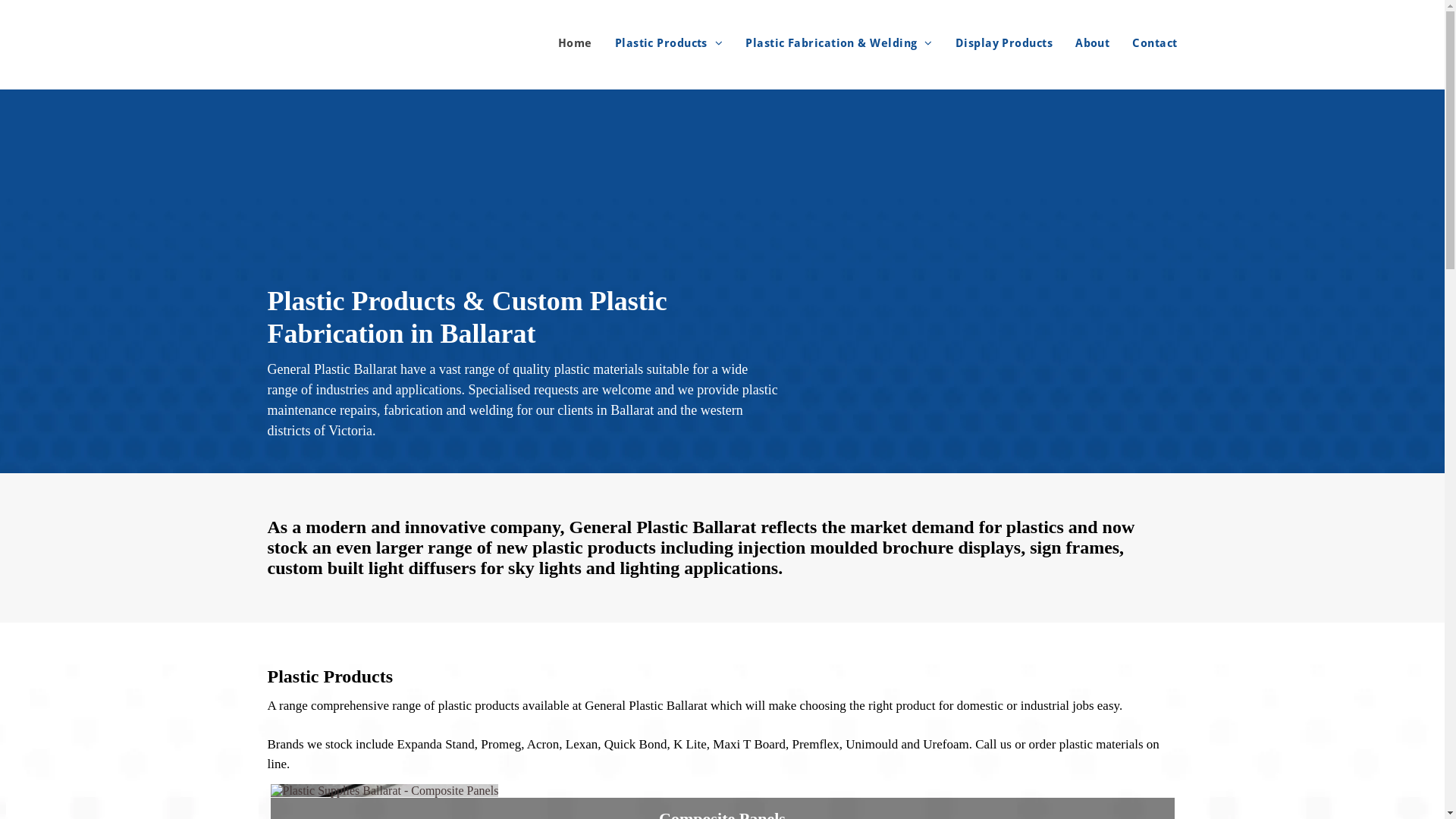  What do you see at coordinates (1080, 42) in the screenshot?
I see `'About'` at bounding box center [1080, 42].